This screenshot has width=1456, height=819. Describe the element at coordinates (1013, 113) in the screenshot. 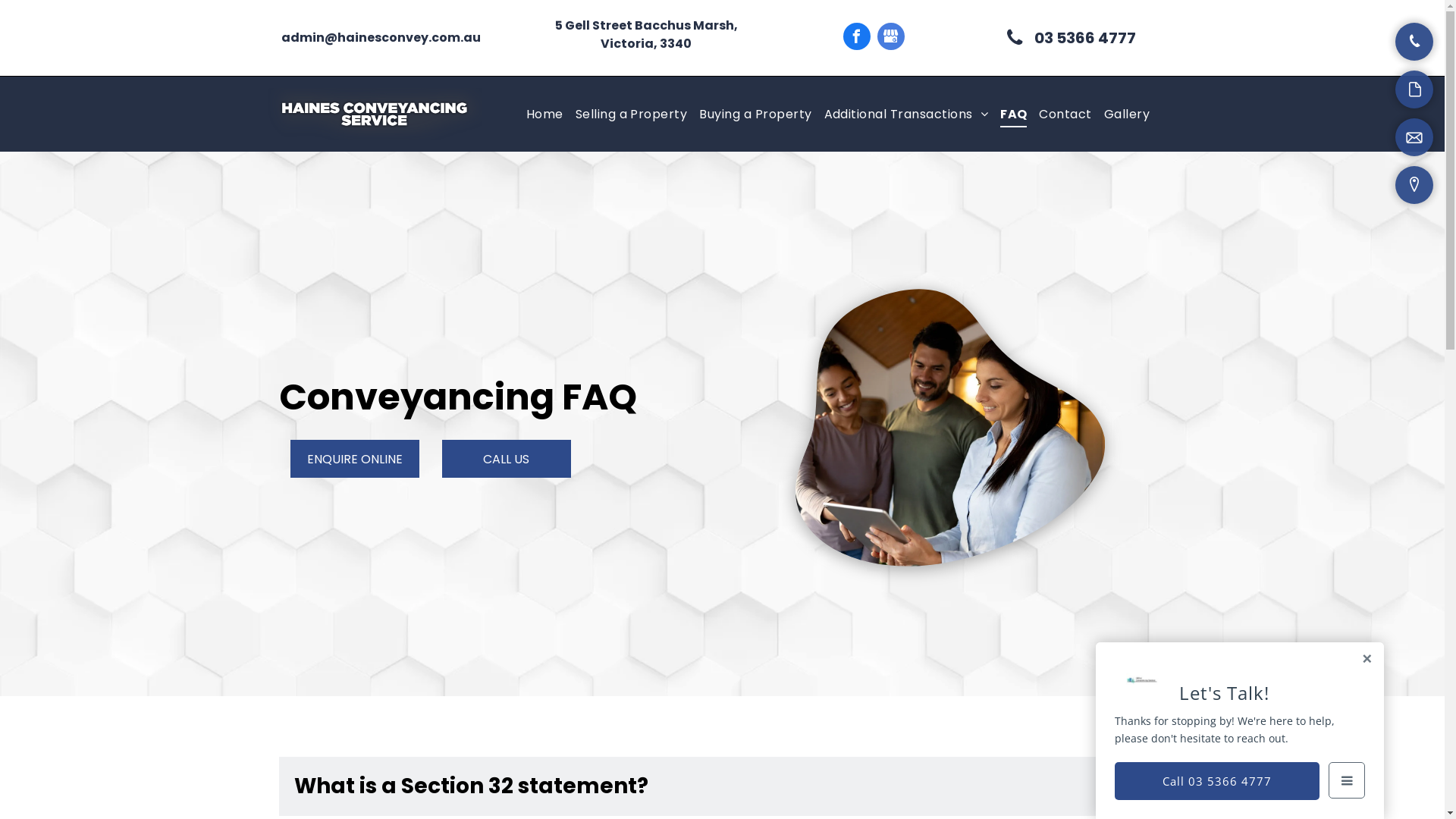

I see `'FAQ'` at that location.